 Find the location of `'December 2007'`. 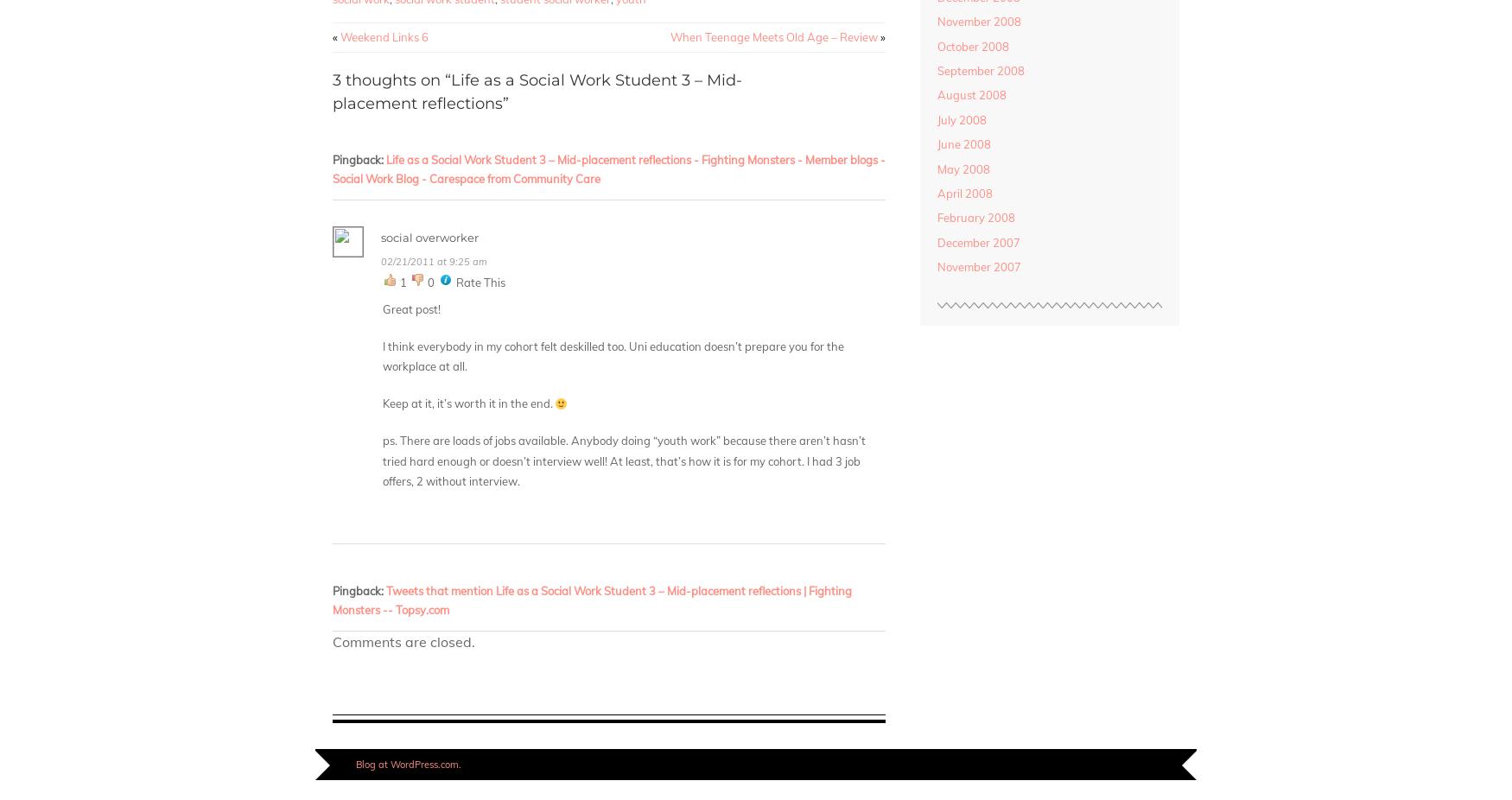

'December 2007' is located at coordinates (977, 242).